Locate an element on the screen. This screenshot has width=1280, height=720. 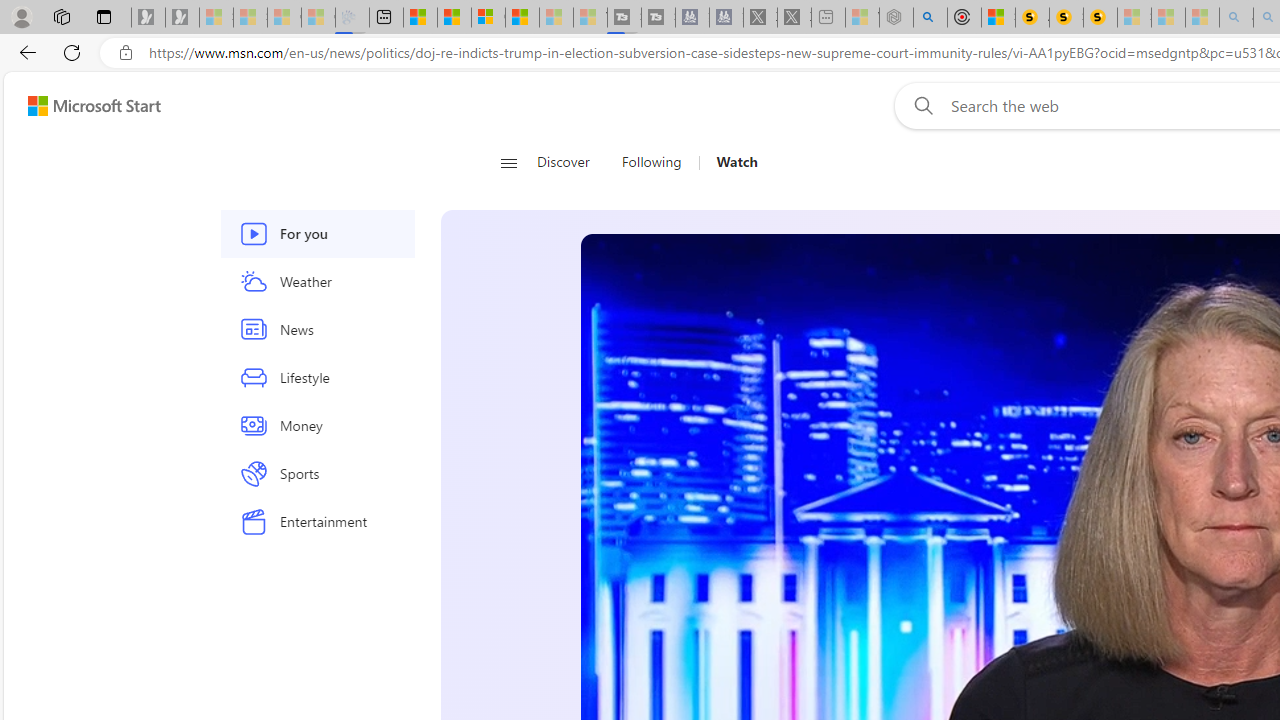
'Nordace - Summer Adventures 2024 - Sleeping' is located at coordinates (895, 17).